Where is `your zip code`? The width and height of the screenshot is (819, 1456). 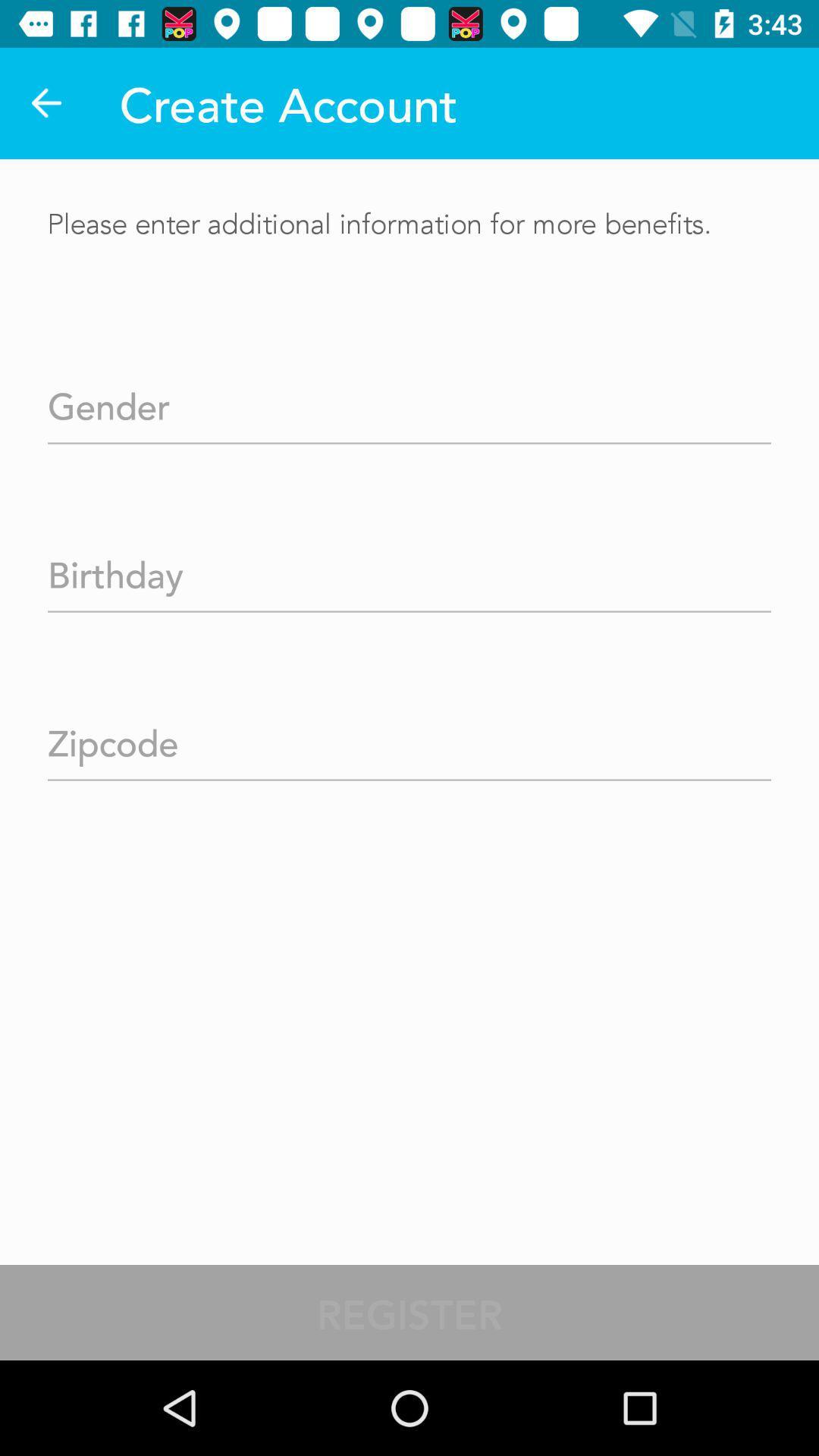 your zip code is located at coordinates (409, 738).